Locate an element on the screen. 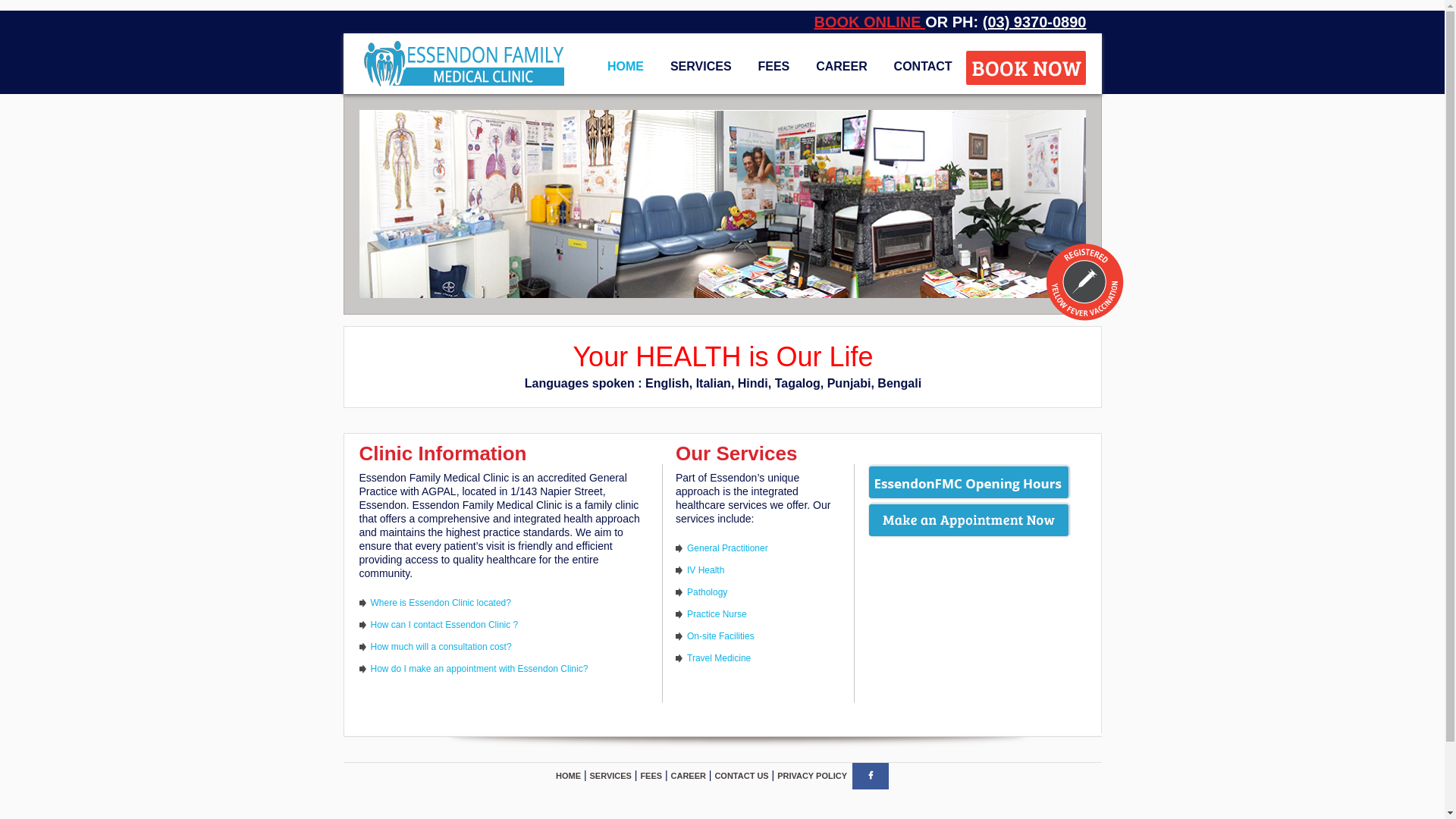 This screenshot has width=1456, height=819. 'IV Health' is located at coordinates (686, 570).